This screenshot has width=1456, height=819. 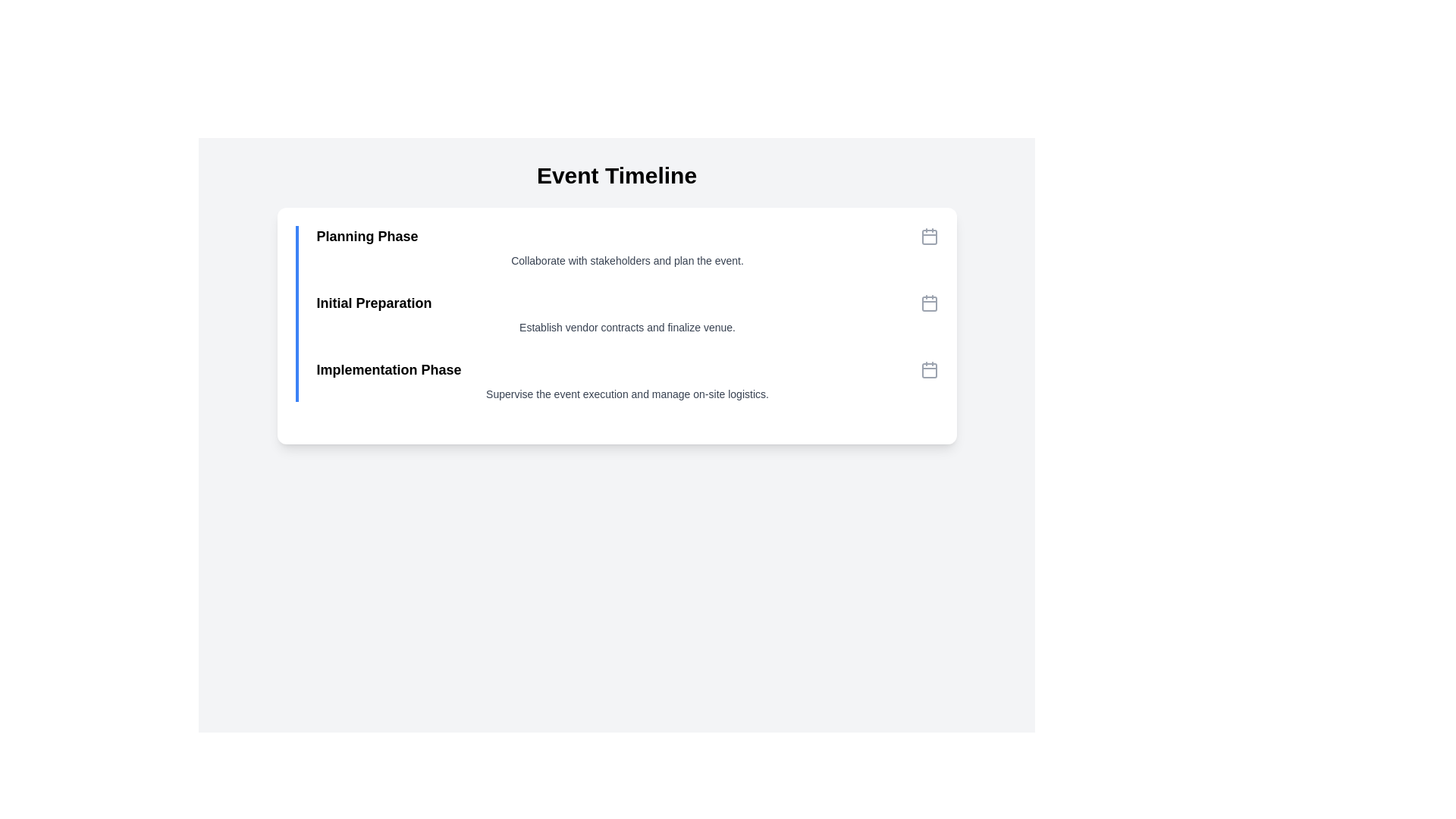 What do you see at coordinates (298, 366) in the screenshot?
I see `the visual marker indicating the 'Implementation Phase' located to the left of the text 'Implementation Phase'` at bounding box center [298, 366].